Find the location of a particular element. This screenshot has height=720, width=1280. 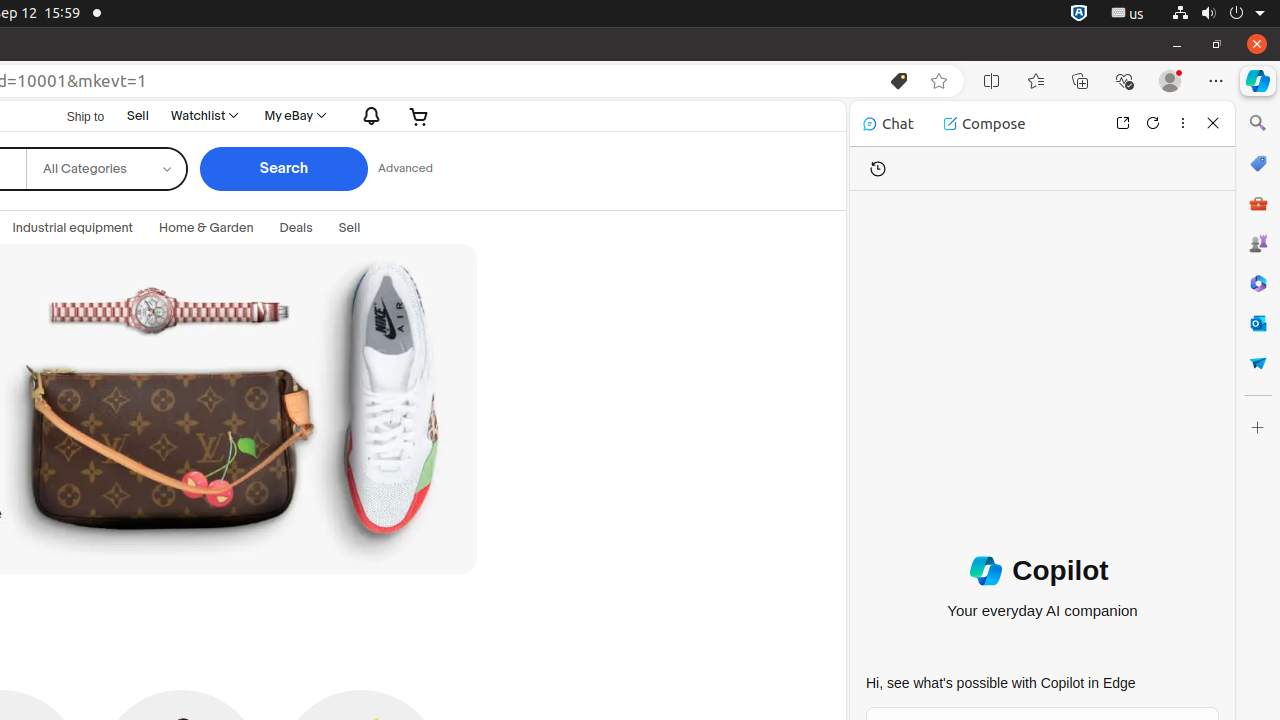

'Compose' is located at coordinates (984, 123).